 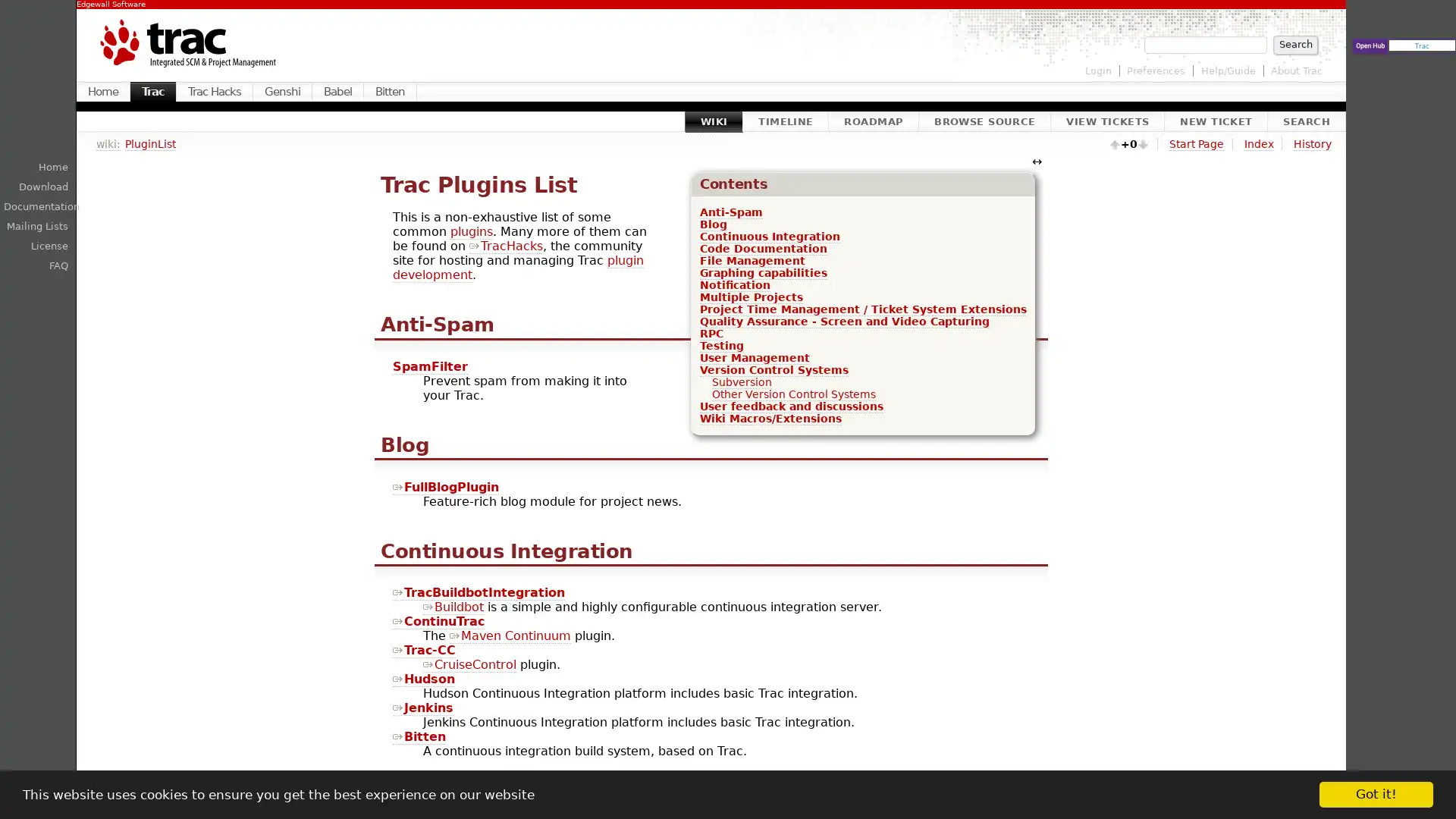 I want to click on Search, so click(x=1294, y=43).